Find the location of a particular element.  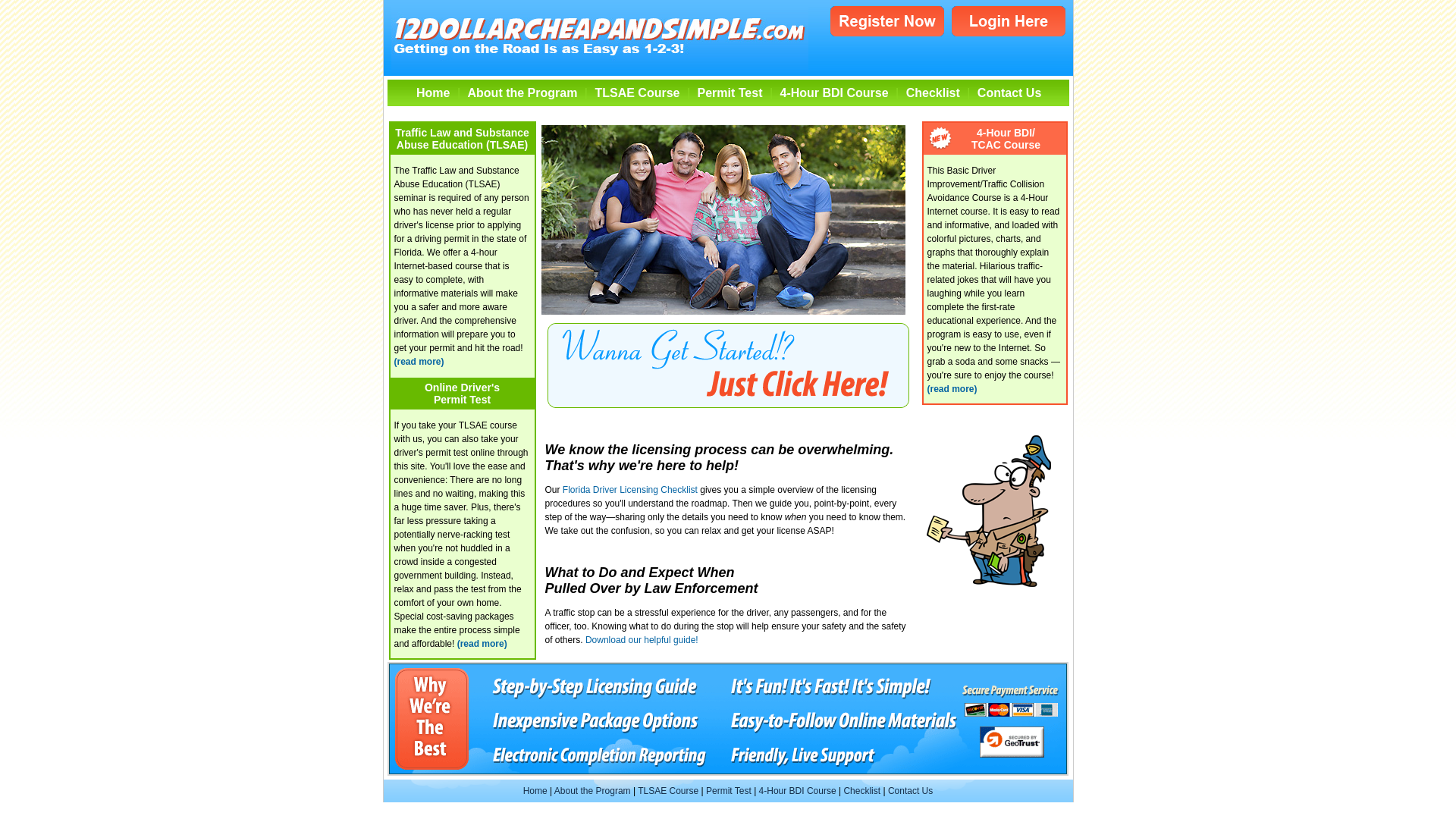

'TLSAE Course' is located at coordinates (637, 93).